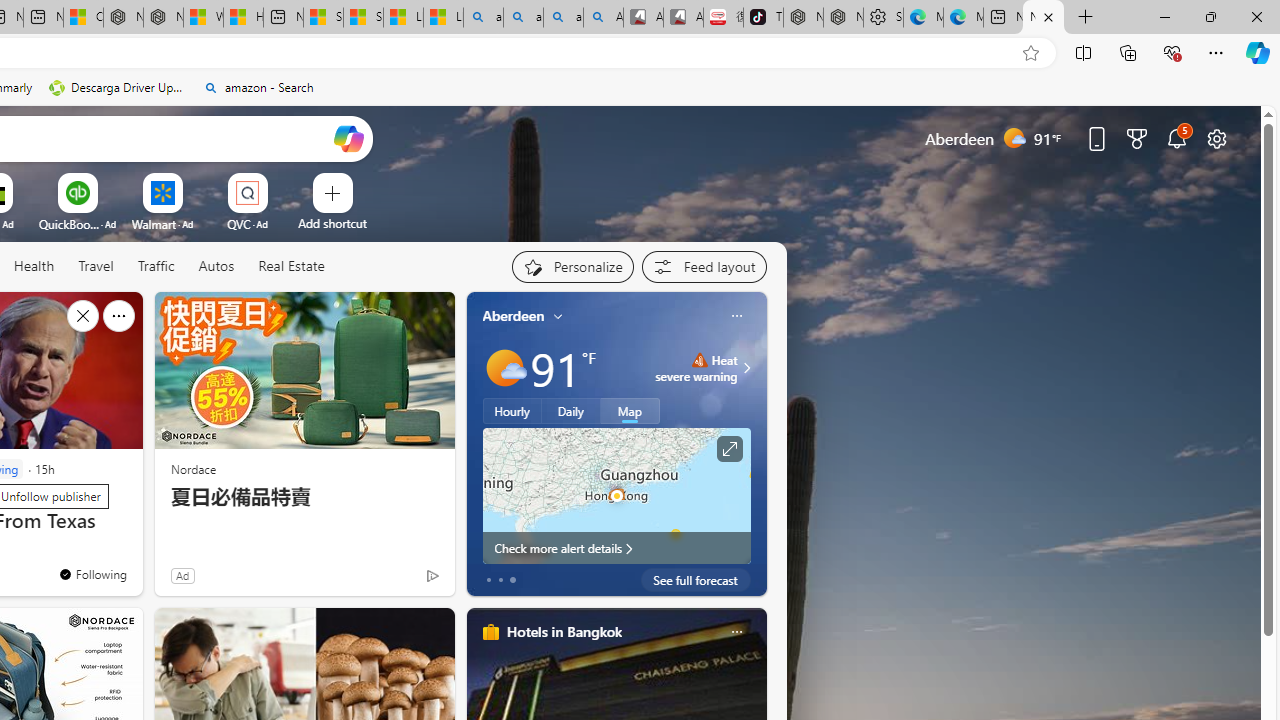 The width and height of the screenshot is (1280, 720). I want to click on 'Hourly', so click(512, 410).